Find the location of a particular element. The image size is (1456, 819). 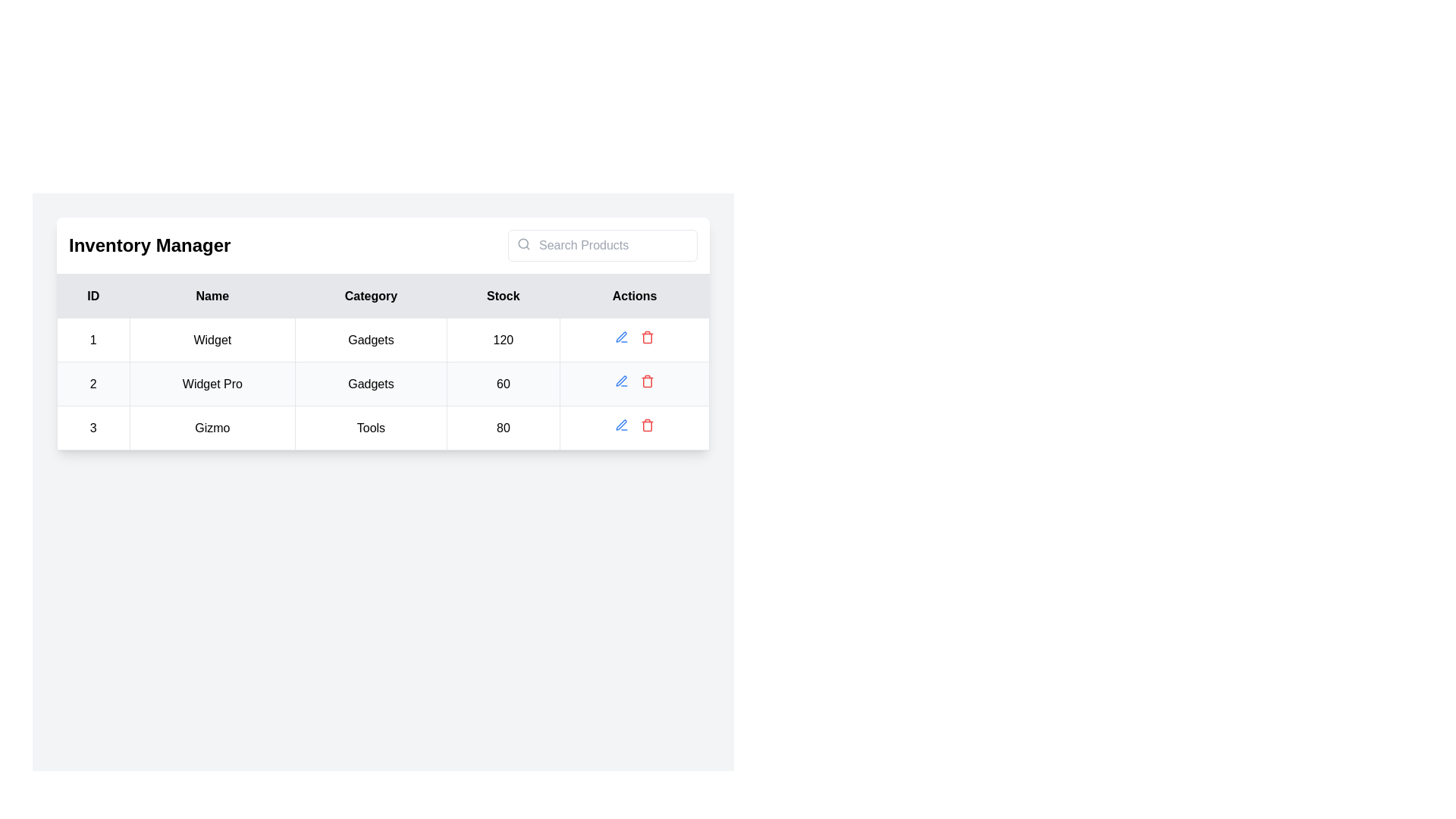

the stock quantity text label in the fourth column of the first row of the inventory table is located at coordinates (503, 339).